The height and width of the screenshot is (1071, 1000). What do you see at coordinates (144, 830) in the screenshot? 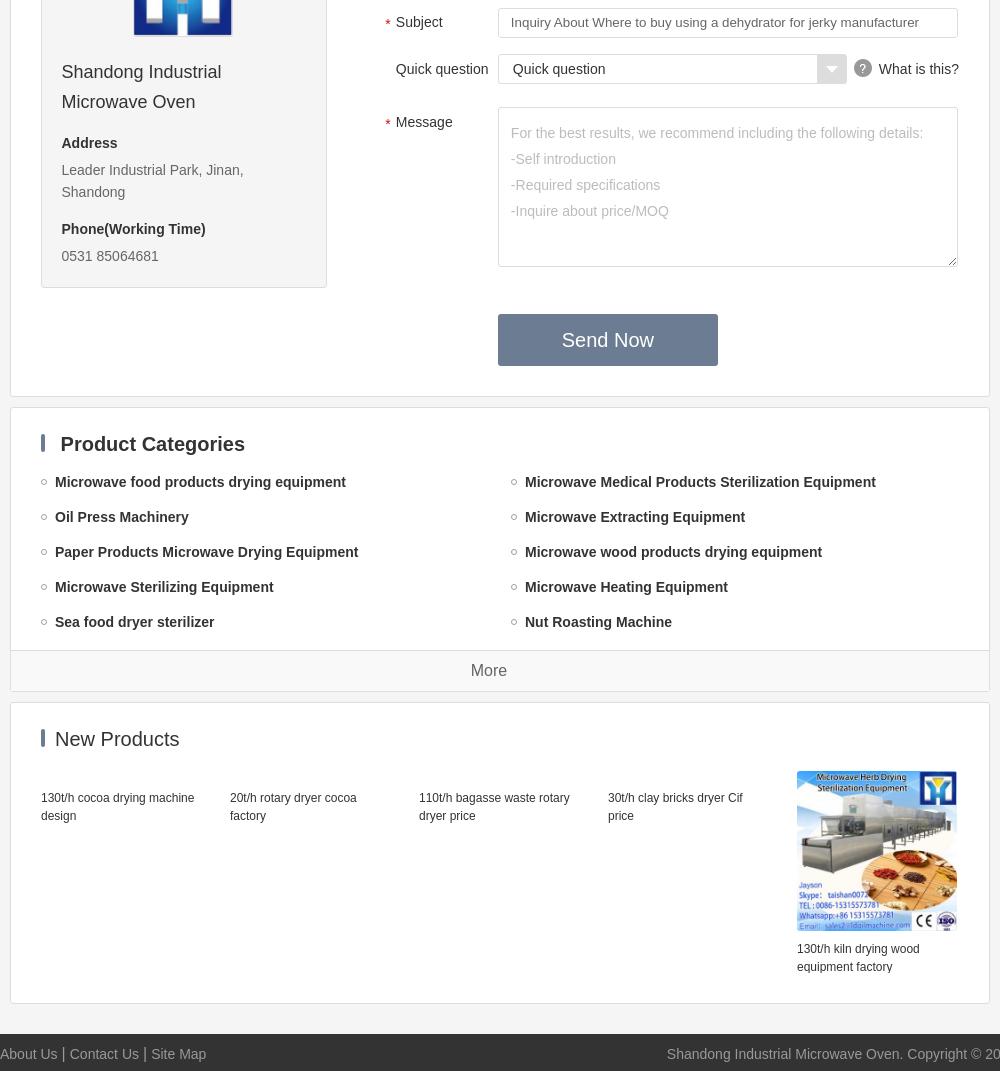
I see `'Microwave drying machine'` at bounding box center [144, 830].